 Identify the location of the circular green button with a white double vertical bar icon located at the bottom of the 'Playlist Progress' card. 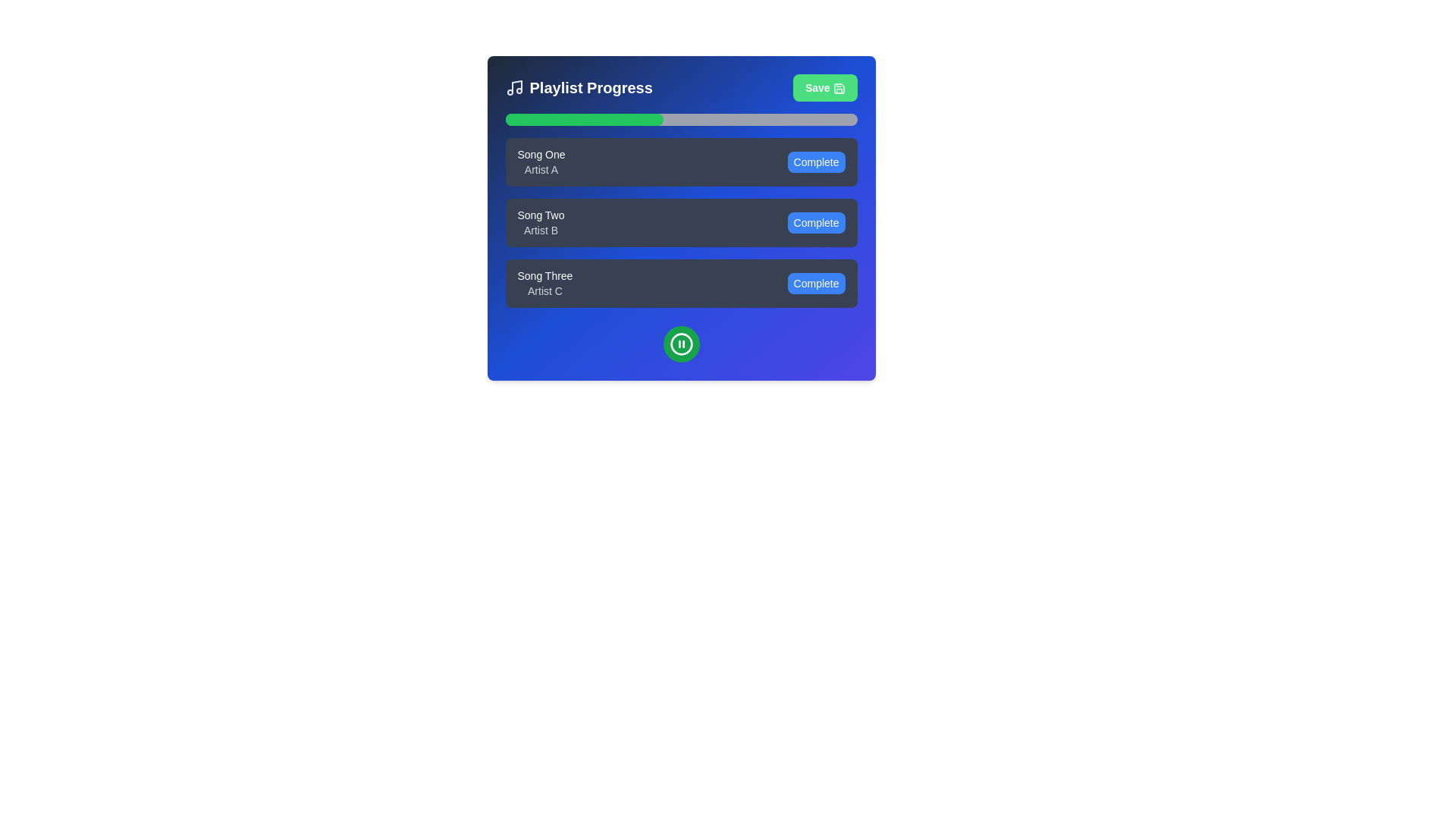
(680, 344).